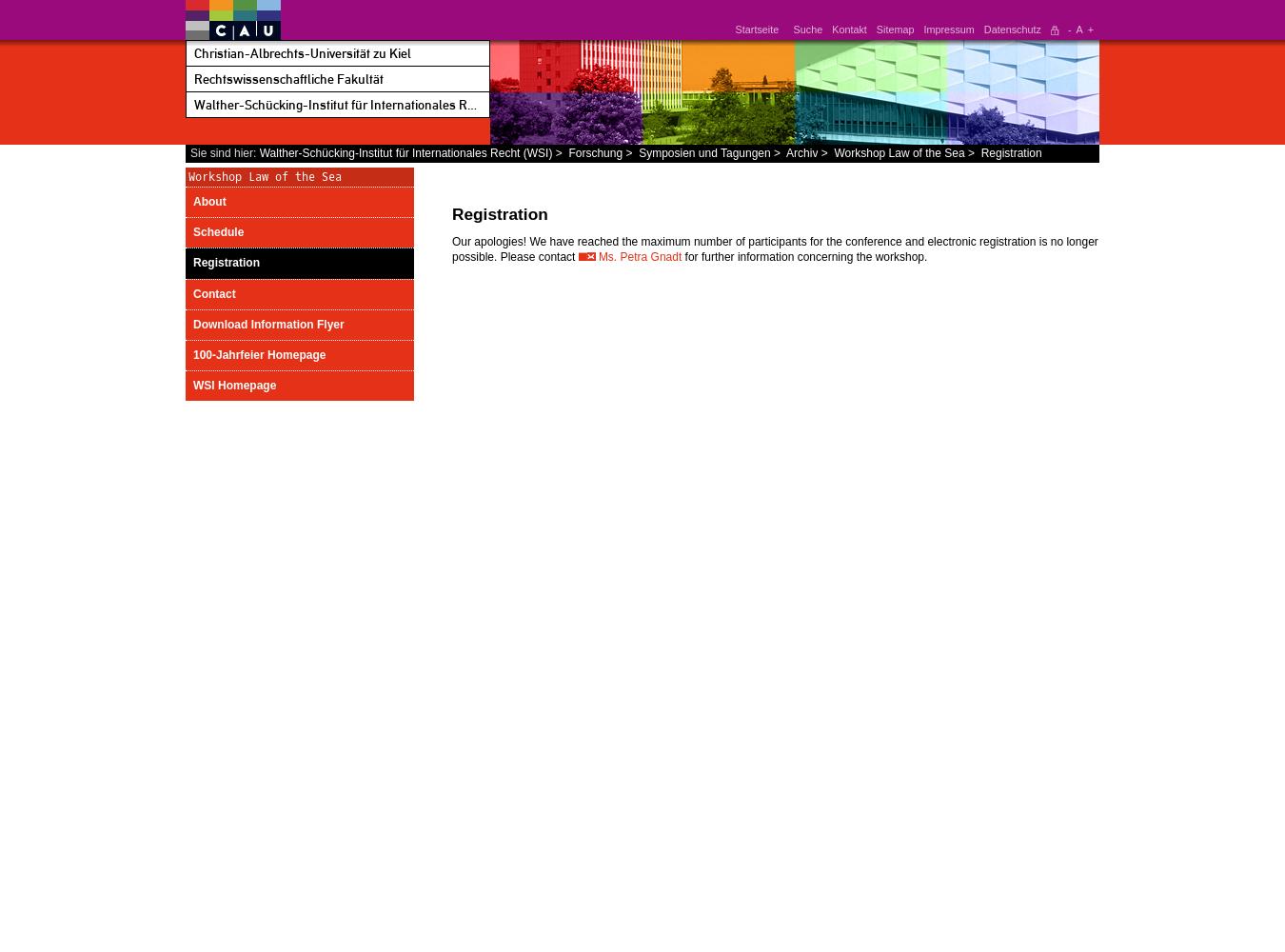  Describe the element at coordinates (640, 257) in the screenshot. I see `'Ms. Petra Gnadt'` at that location.